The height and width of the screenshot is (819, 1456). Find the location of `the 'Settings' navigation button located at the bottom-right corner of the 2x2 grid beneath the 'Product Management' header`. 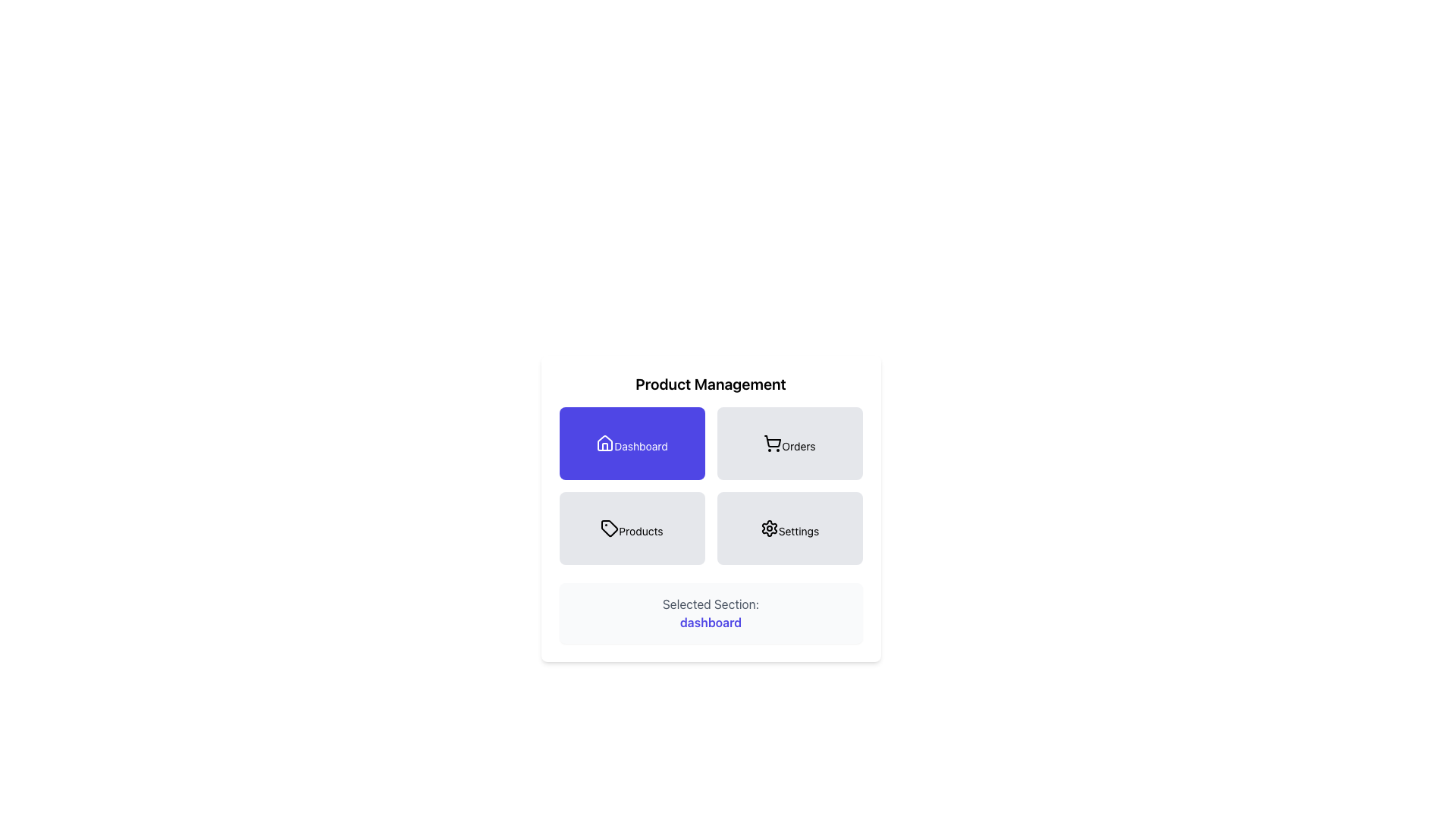

the 'Settings' navigation button located at the bottom-right corner of the 2x2 grid beneath the 'Product Management' header is located at coordinates (789, 528).